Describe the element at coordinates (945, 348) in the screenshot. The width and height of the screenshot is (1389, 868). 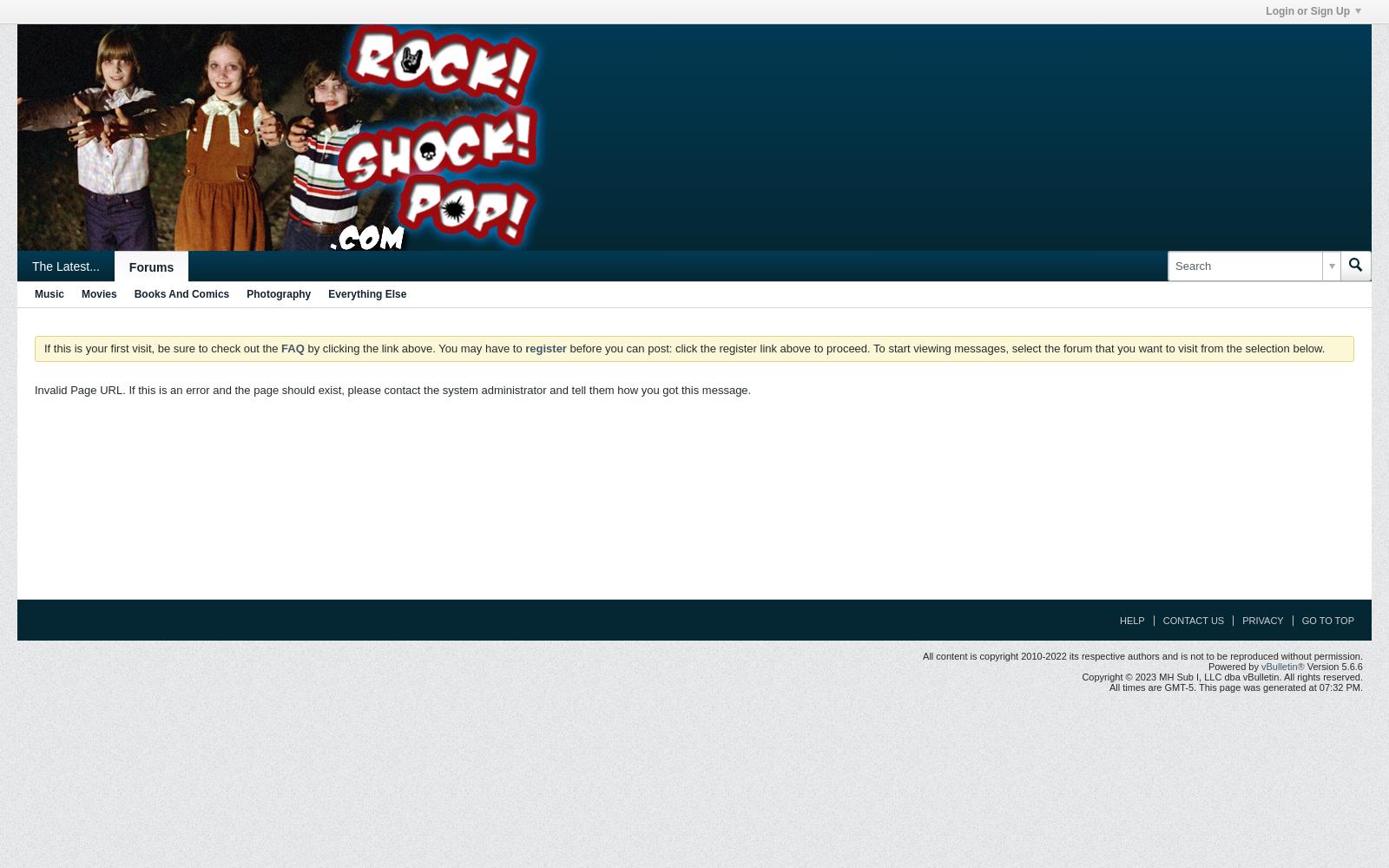
I see `'before you can post: click the register link above to proceed. To start viewing messages,
		select the forum that you want to visit from the selection below.'` at that location.